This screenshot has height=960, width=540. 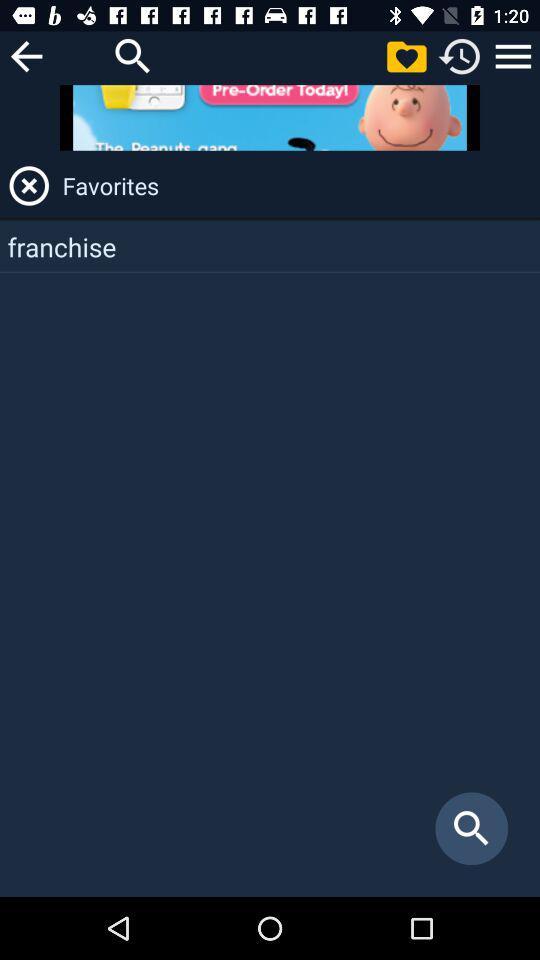 I want to click on the menu icon, so click(x=513, y=55).